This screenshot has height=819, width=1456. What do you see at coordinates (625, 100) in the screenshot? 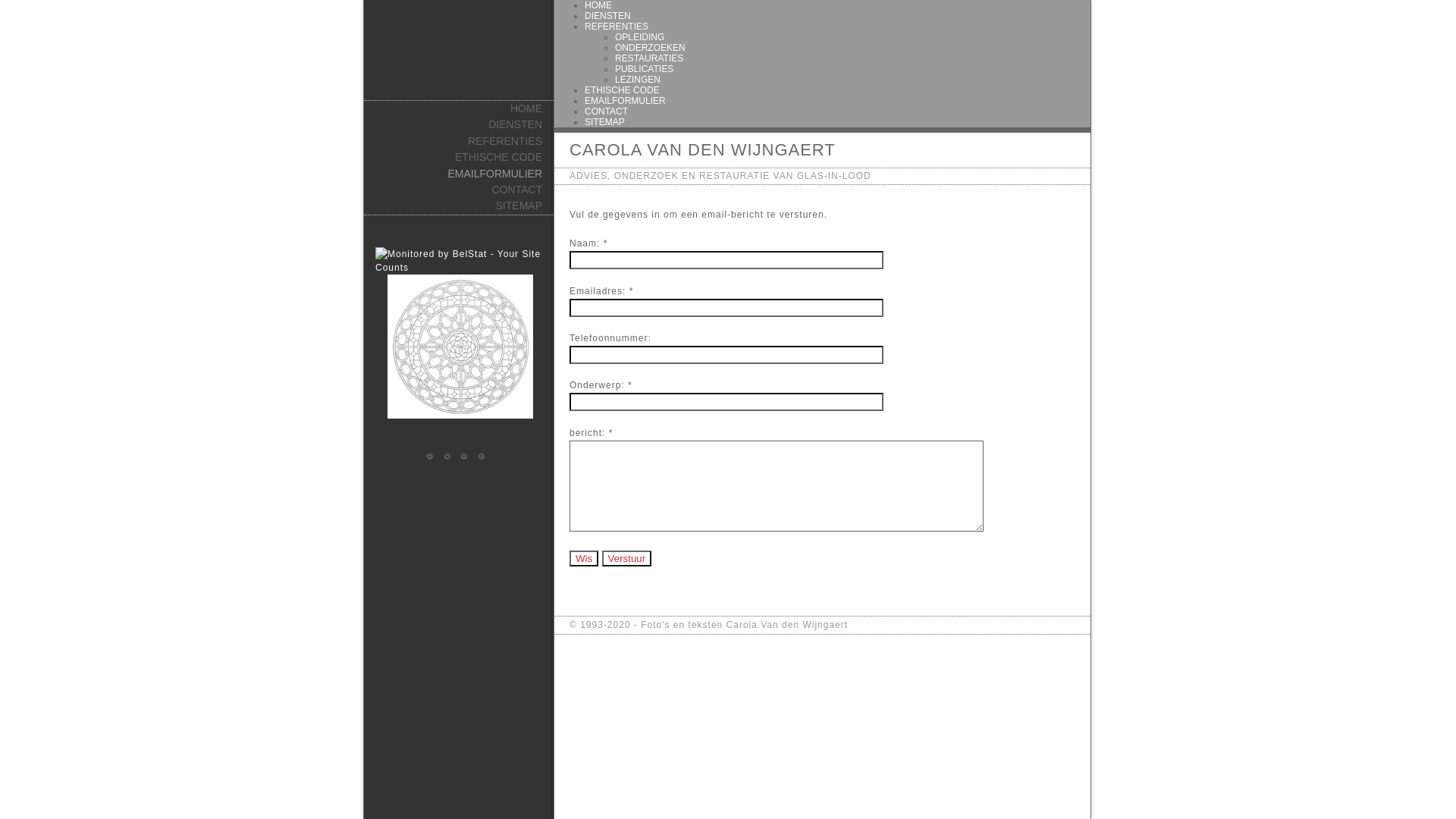
I see `'EMAILFORMULIER'` at bounding box center [625, 100].